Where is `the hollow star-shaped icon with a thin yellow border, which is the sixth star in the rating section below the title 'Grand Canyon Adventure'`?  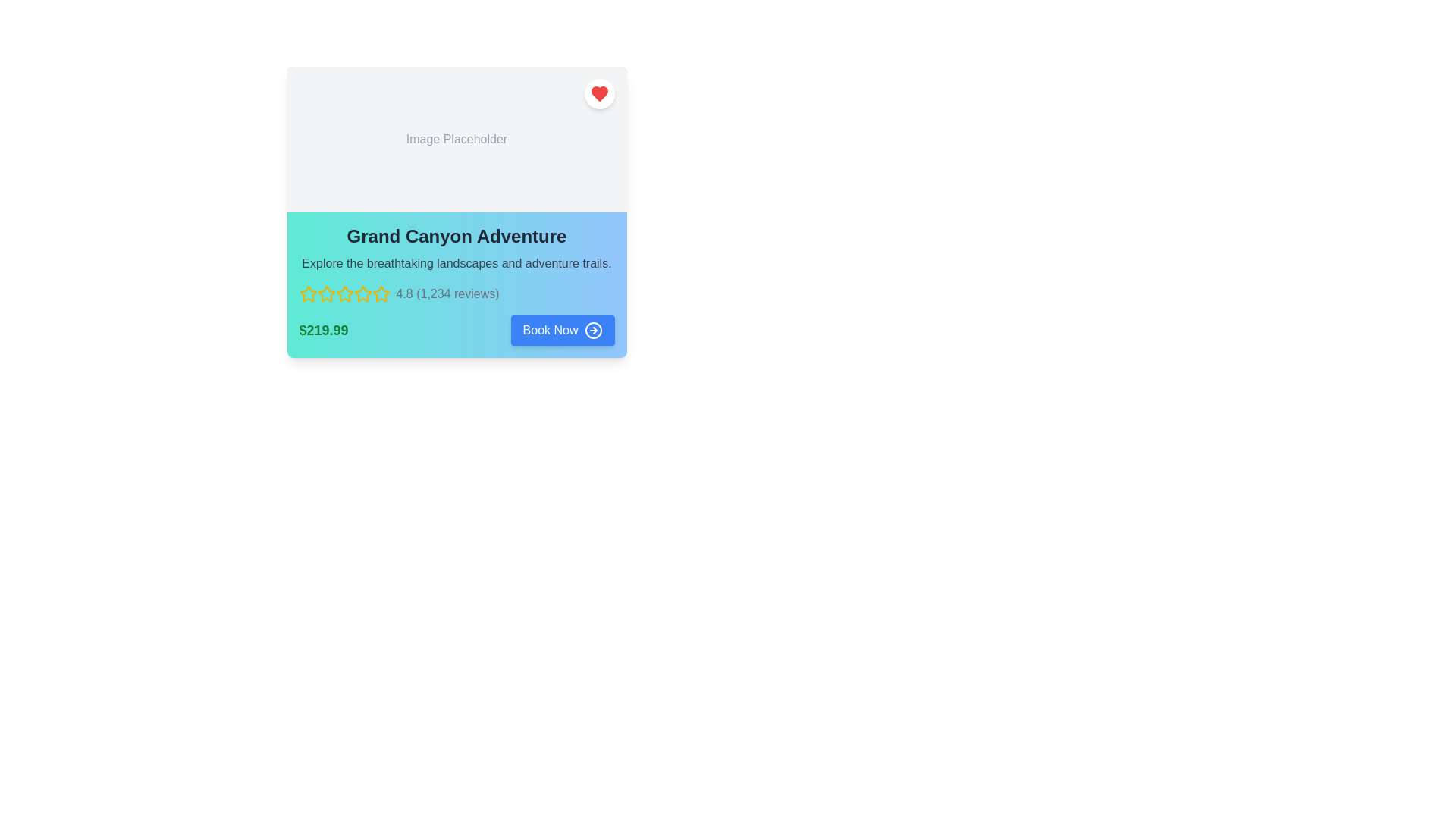
the hollow star-shaped icon with a thin yellow border, which is the sixth star in the rating section below the title 'Grand Canyon Adventure' is located at coordinates (362, 294).